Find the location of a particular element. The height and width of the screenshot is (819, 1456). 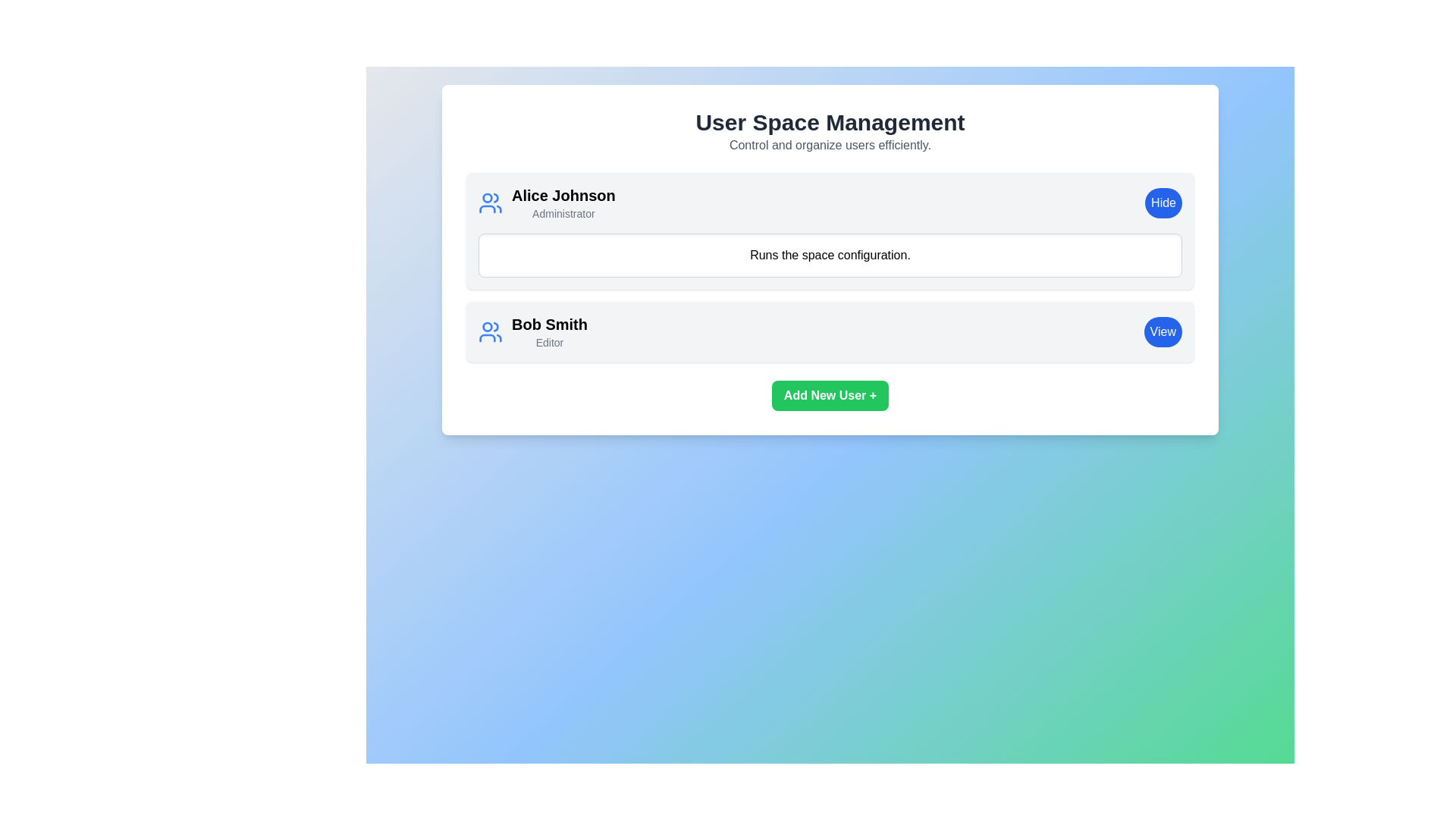

the Information Label displaying 'Bob Smith' with an icon of two user figures is located at coordinates (532, 331).